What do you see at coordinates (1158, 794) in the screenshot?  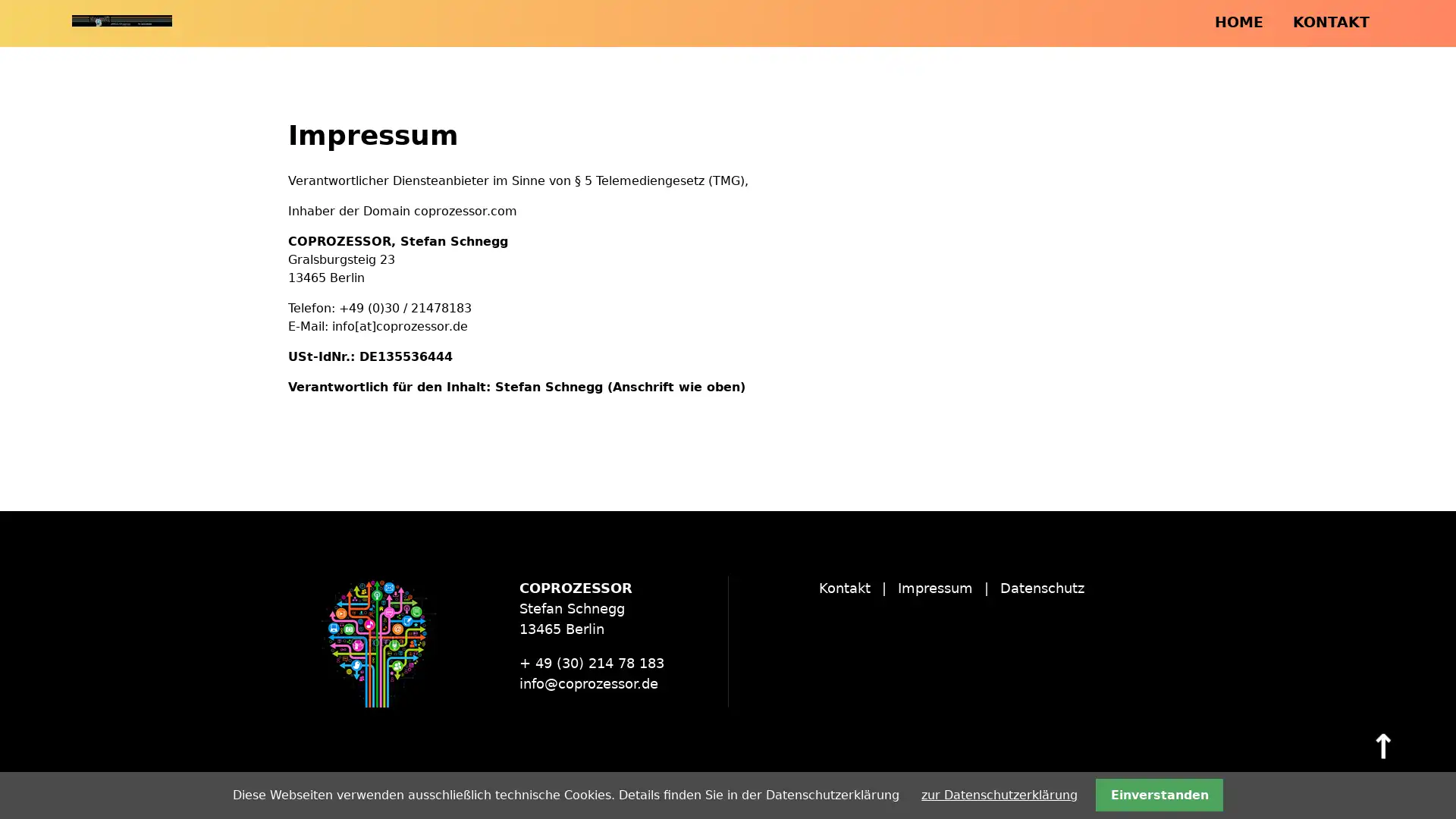 I see `Einverstanden` at bounding box center [1158, 794].